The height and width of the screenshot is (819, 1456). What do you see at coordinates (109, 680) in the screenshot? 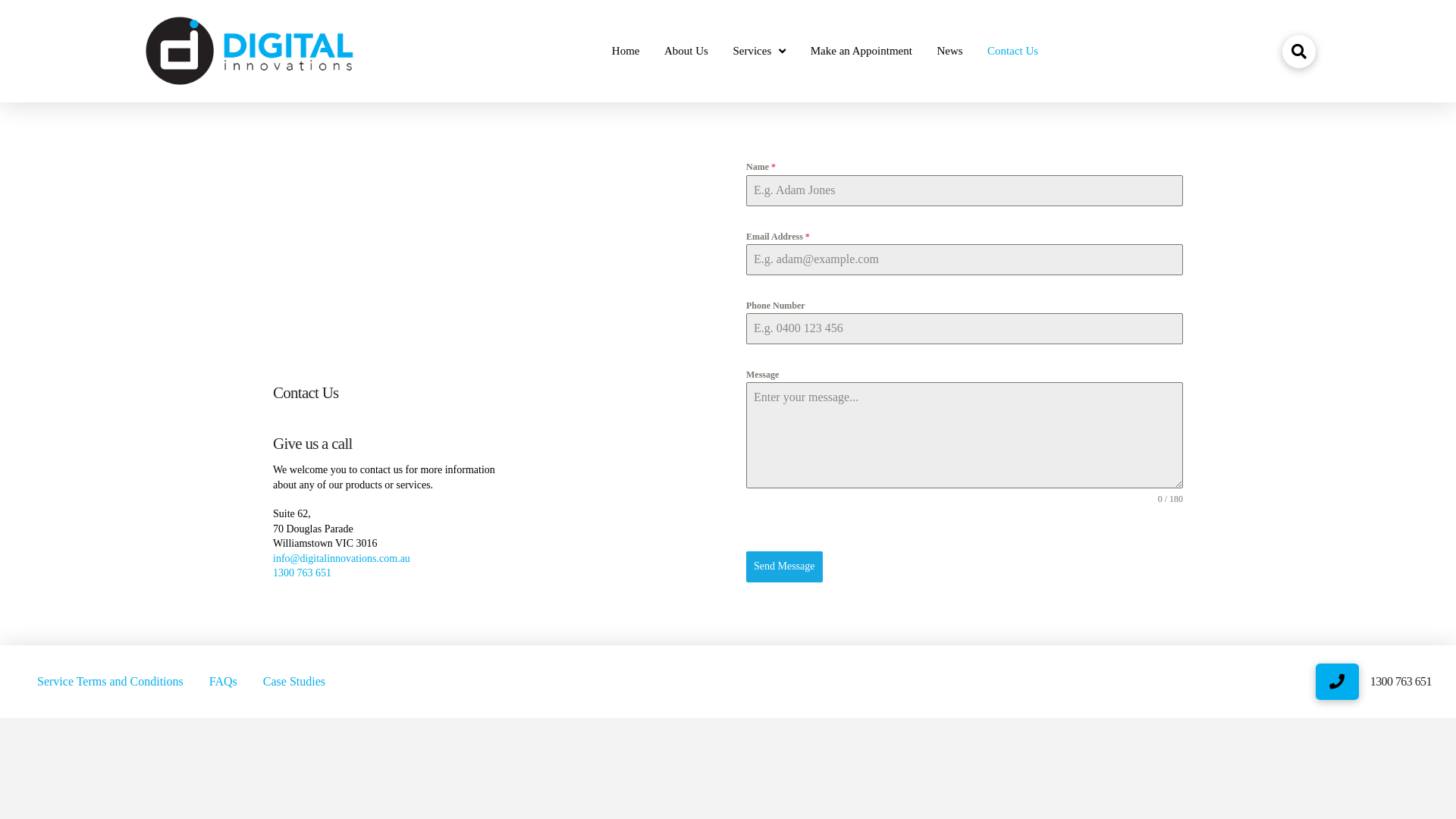
I see `'Service Terms and Conditions'` at bounding box center [109, 680].